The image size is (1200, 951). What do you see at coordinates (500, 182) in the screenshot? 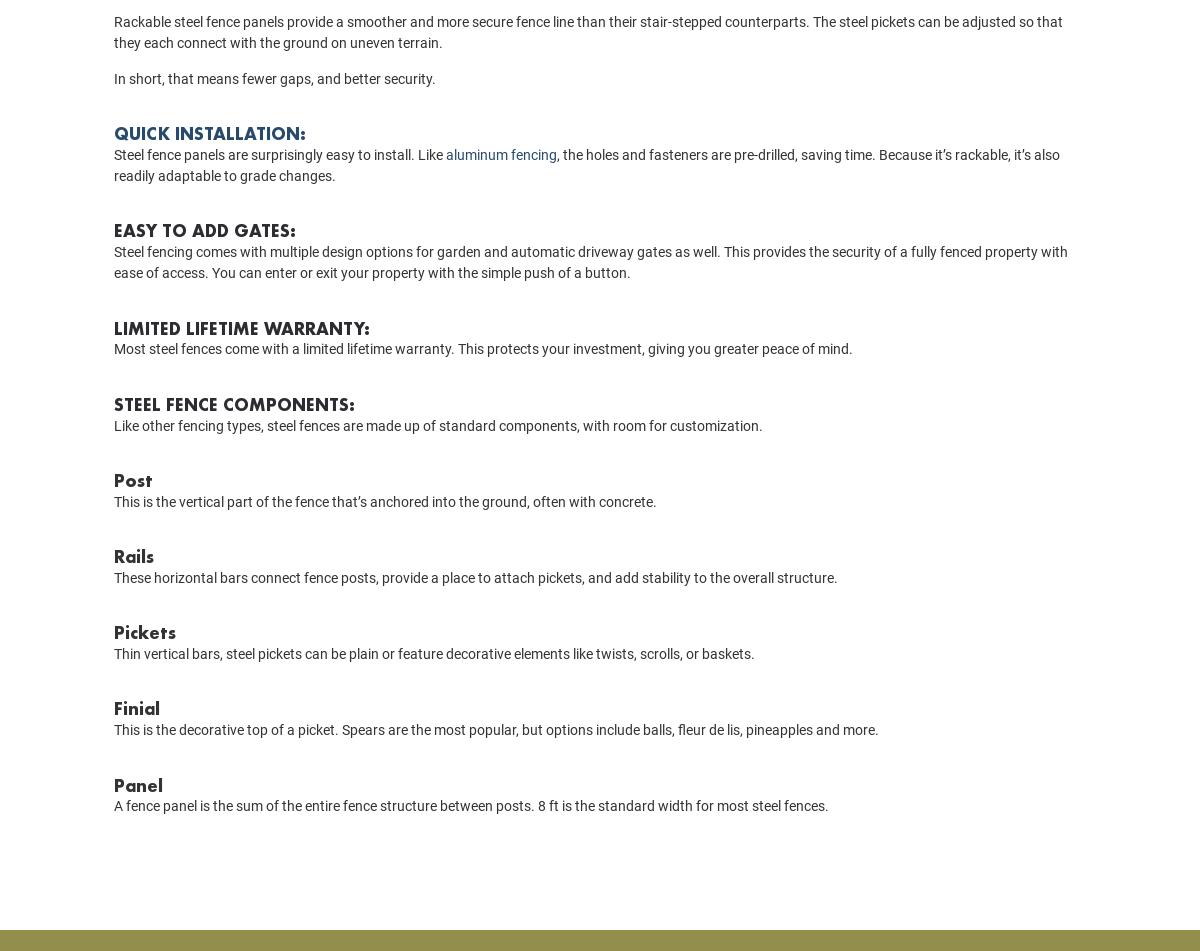
I see `'aluminum fencing'` at bounding box center [500, 182].